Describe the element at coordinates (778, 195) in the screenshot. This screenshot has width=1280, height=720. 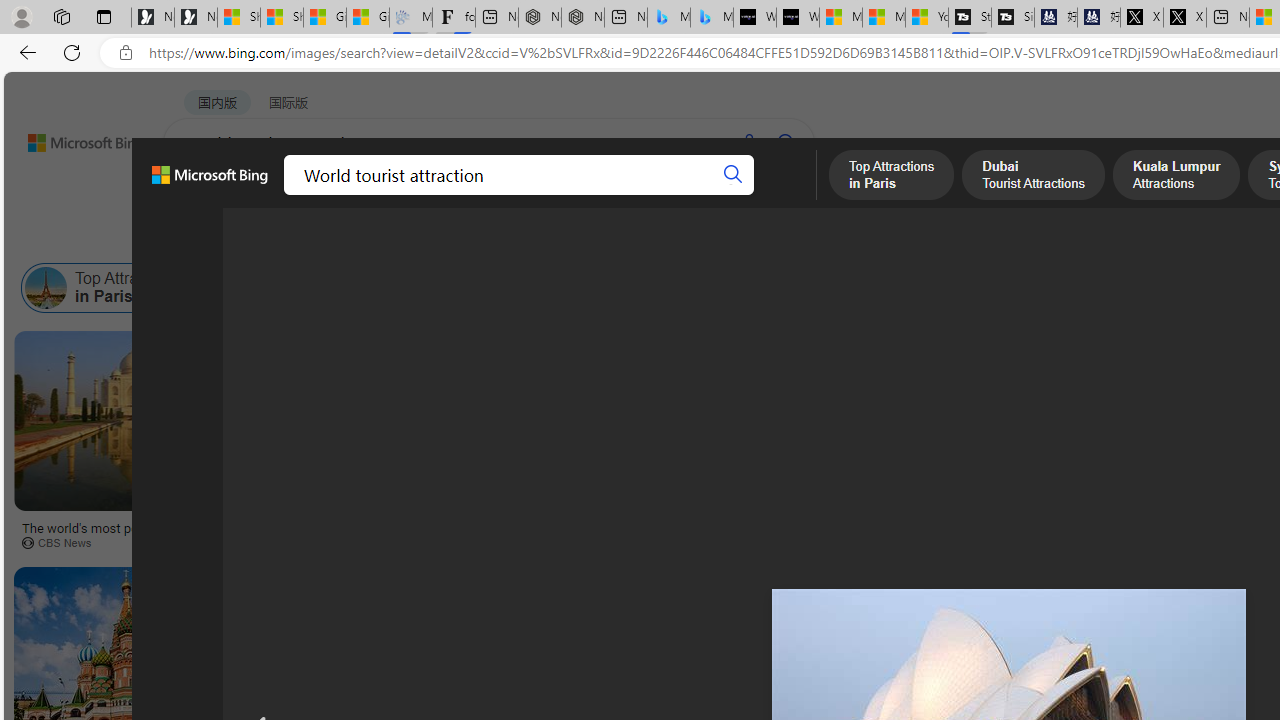
I see `'MORE'` at that location.